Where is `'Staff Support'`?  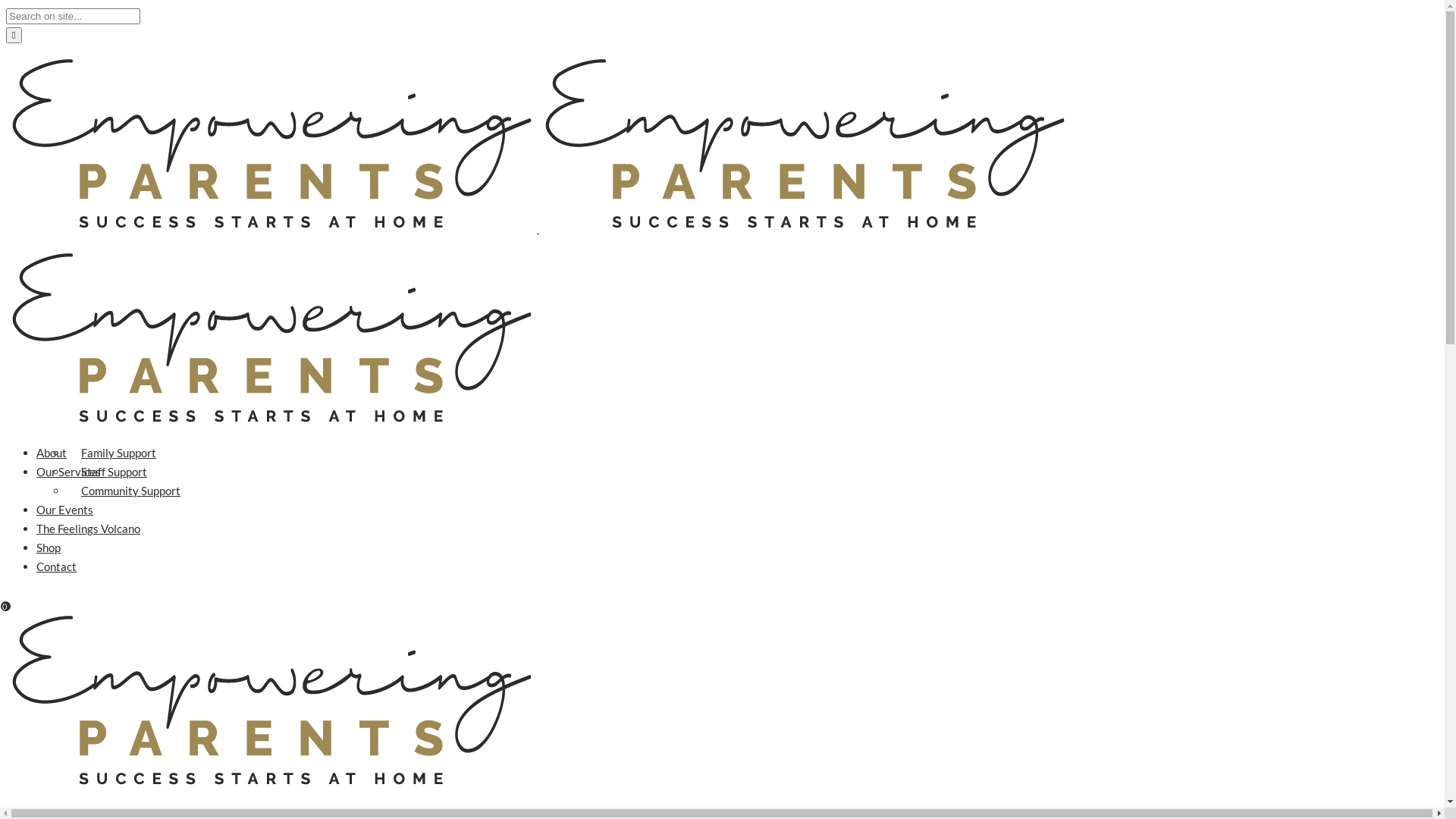
'Staff Support' is located at coordinates (113, 470).